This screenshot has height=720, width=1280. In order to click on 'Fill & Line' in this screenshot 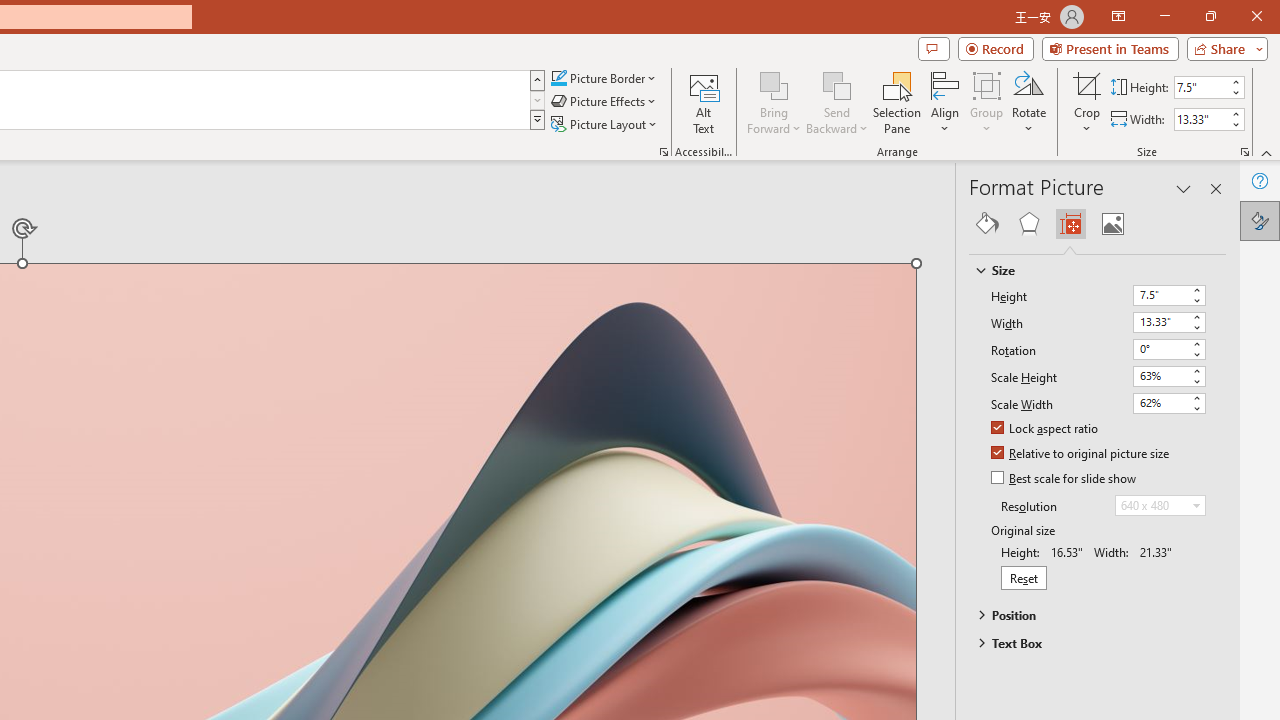, I will do `click(987, 223)`.